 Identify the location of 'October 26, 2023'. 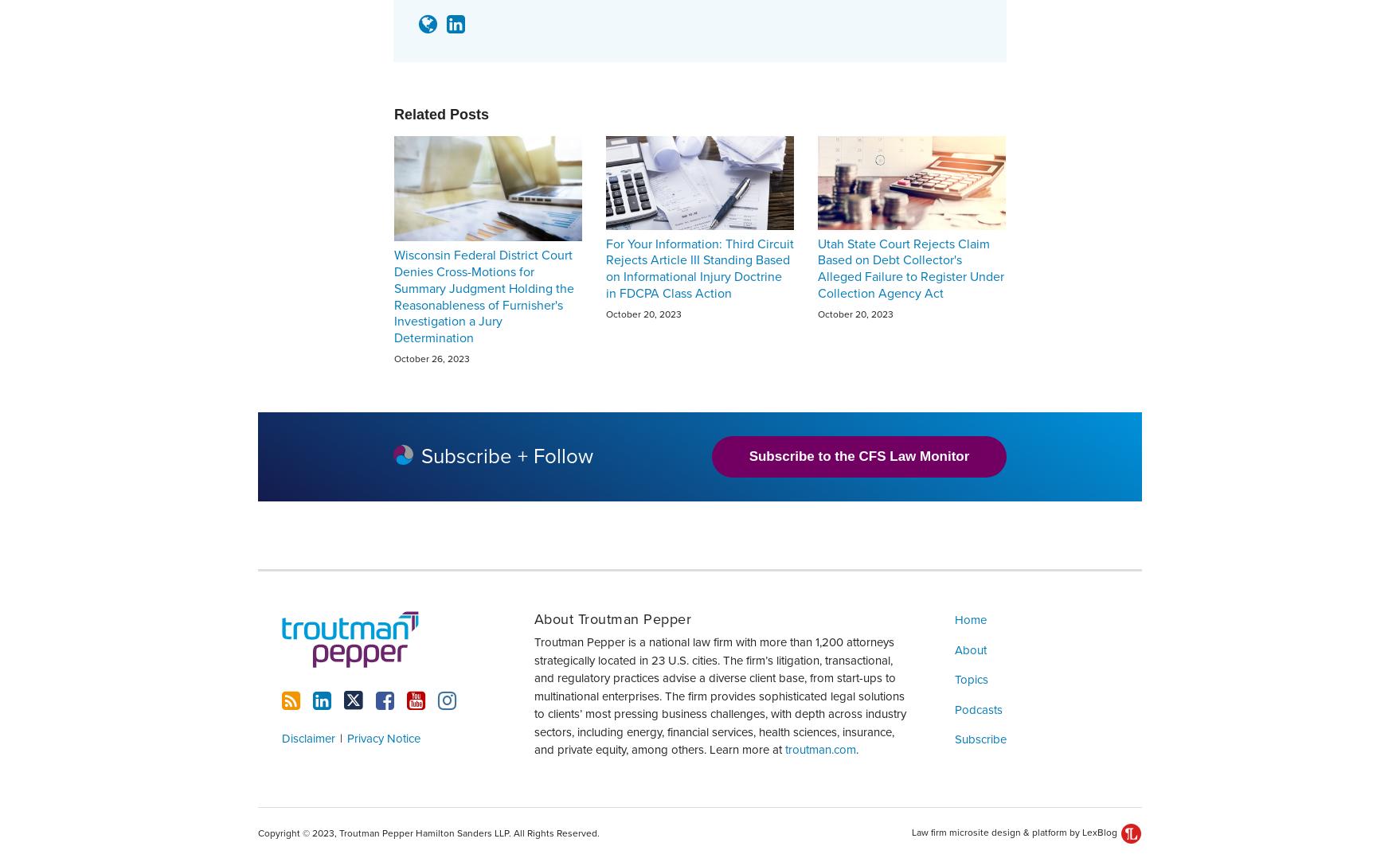
(431, 357).